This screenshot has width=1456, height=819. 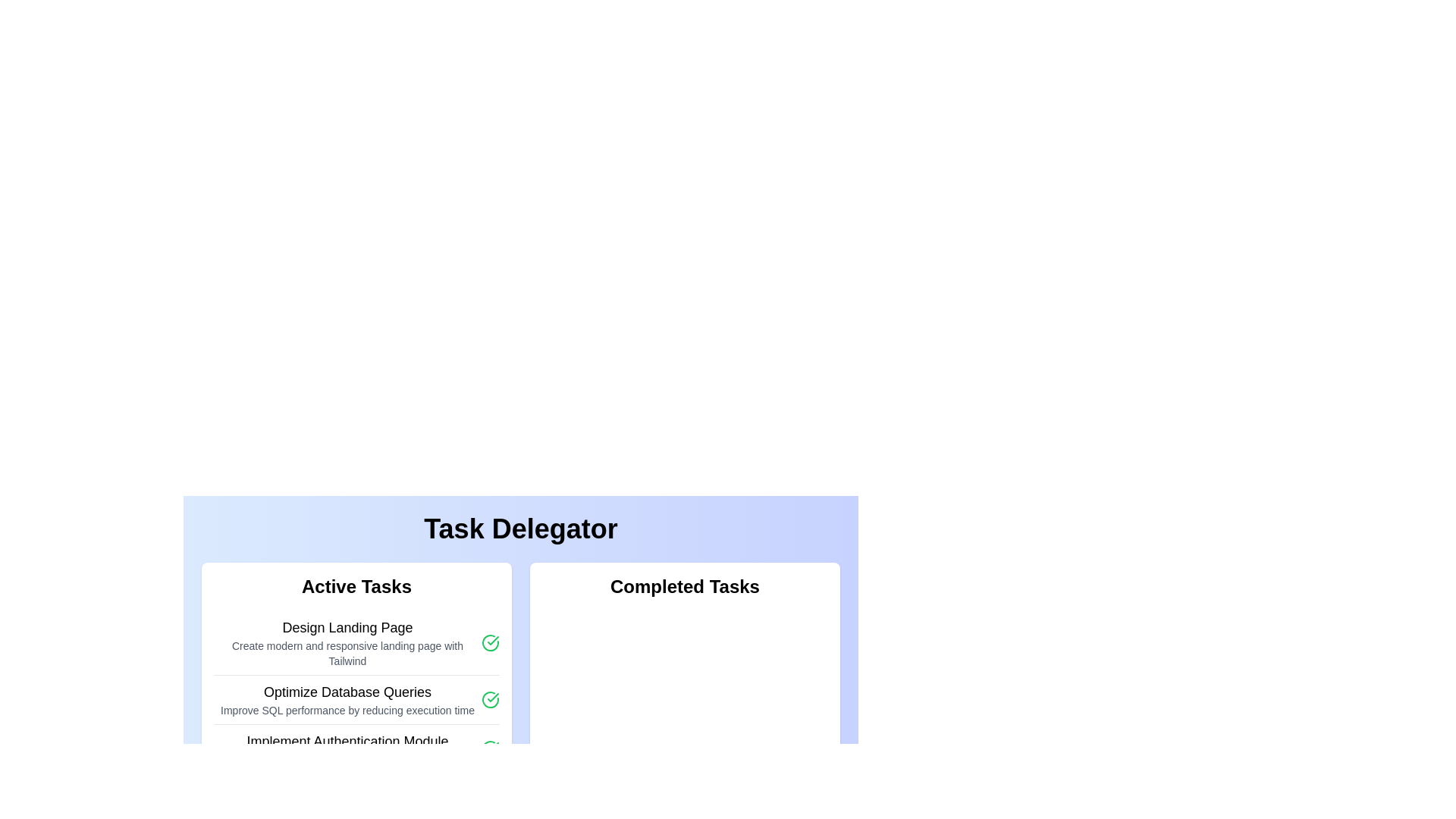 What do you see at coordinates (347, 699) in the screenshot?
I see `the task entry for 'Database Query Optimization' from the 'Active Tasks' section in the left panel` at bounding box center [347, 699].